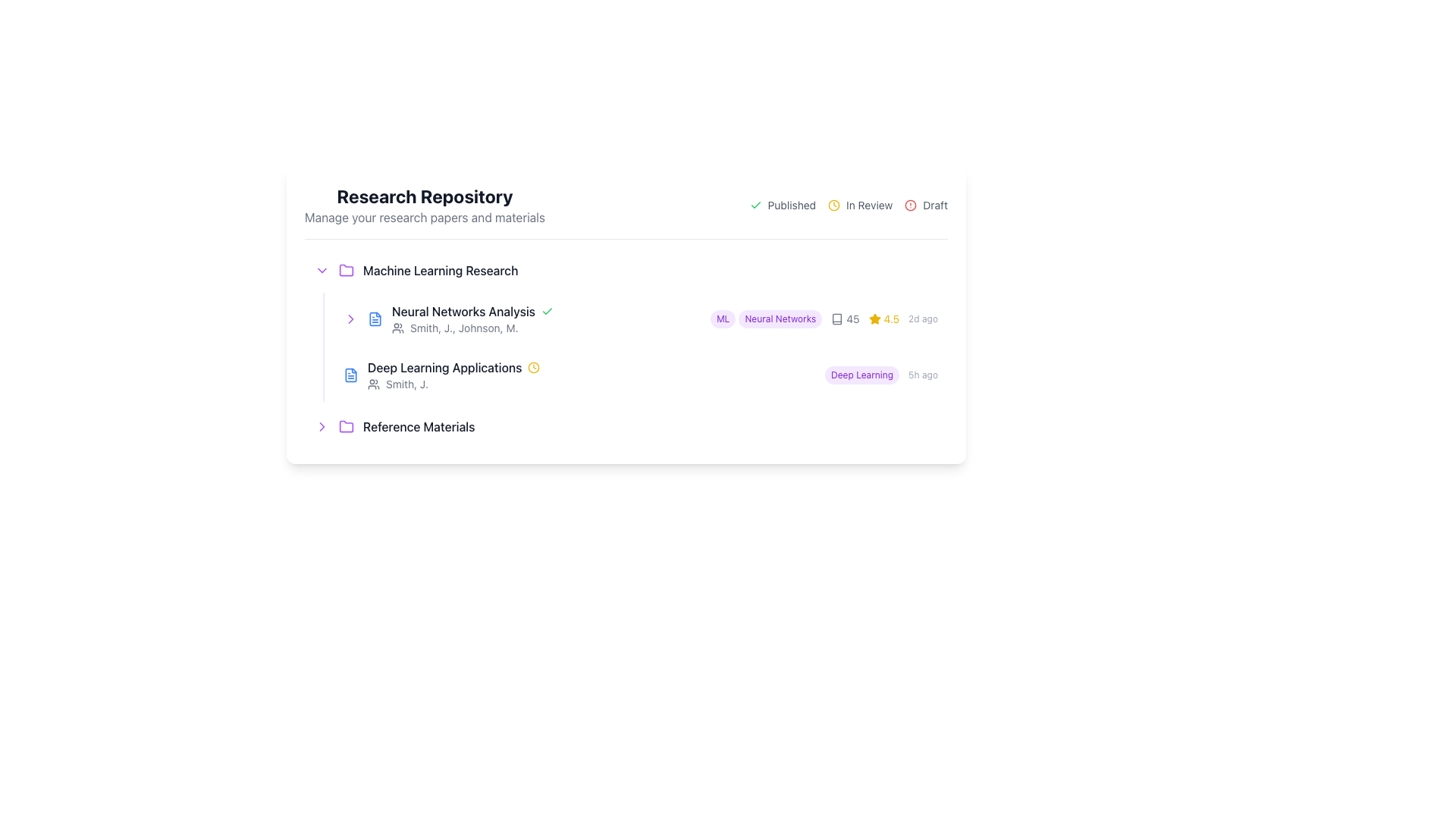 The height and width of the screenshot is (819, 1456). What do you see at coordinates (425, 217) in the screenshot?
I see `the static text element displaying 'Manage your research papers and materials', which is located directly beneath the bold title 'Research Repository'` at bounding box center [425, 217].